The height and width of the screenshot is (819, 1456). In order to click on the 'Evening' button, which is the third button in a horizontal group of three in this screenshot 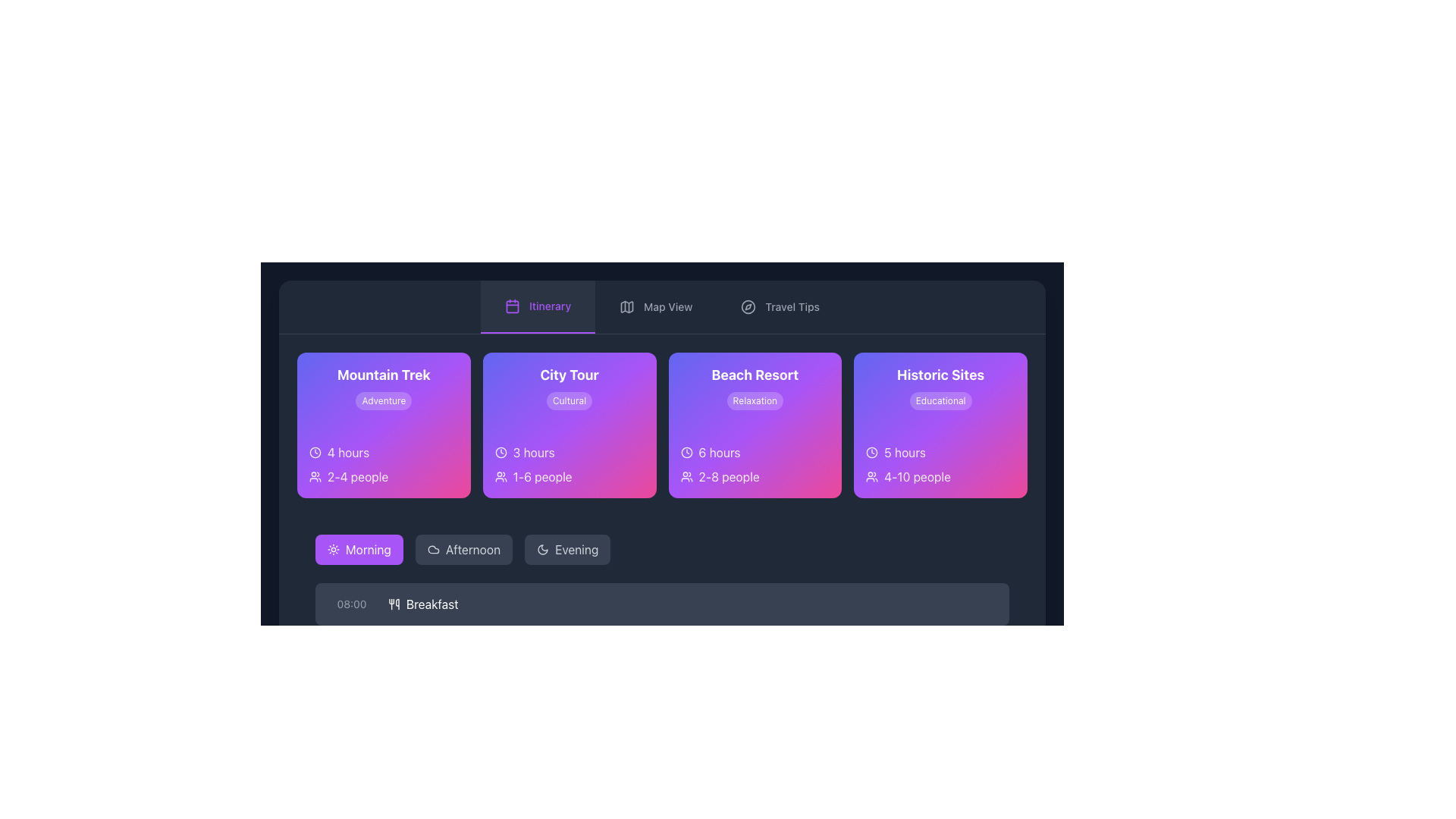, I will do `click(566, 550)`.